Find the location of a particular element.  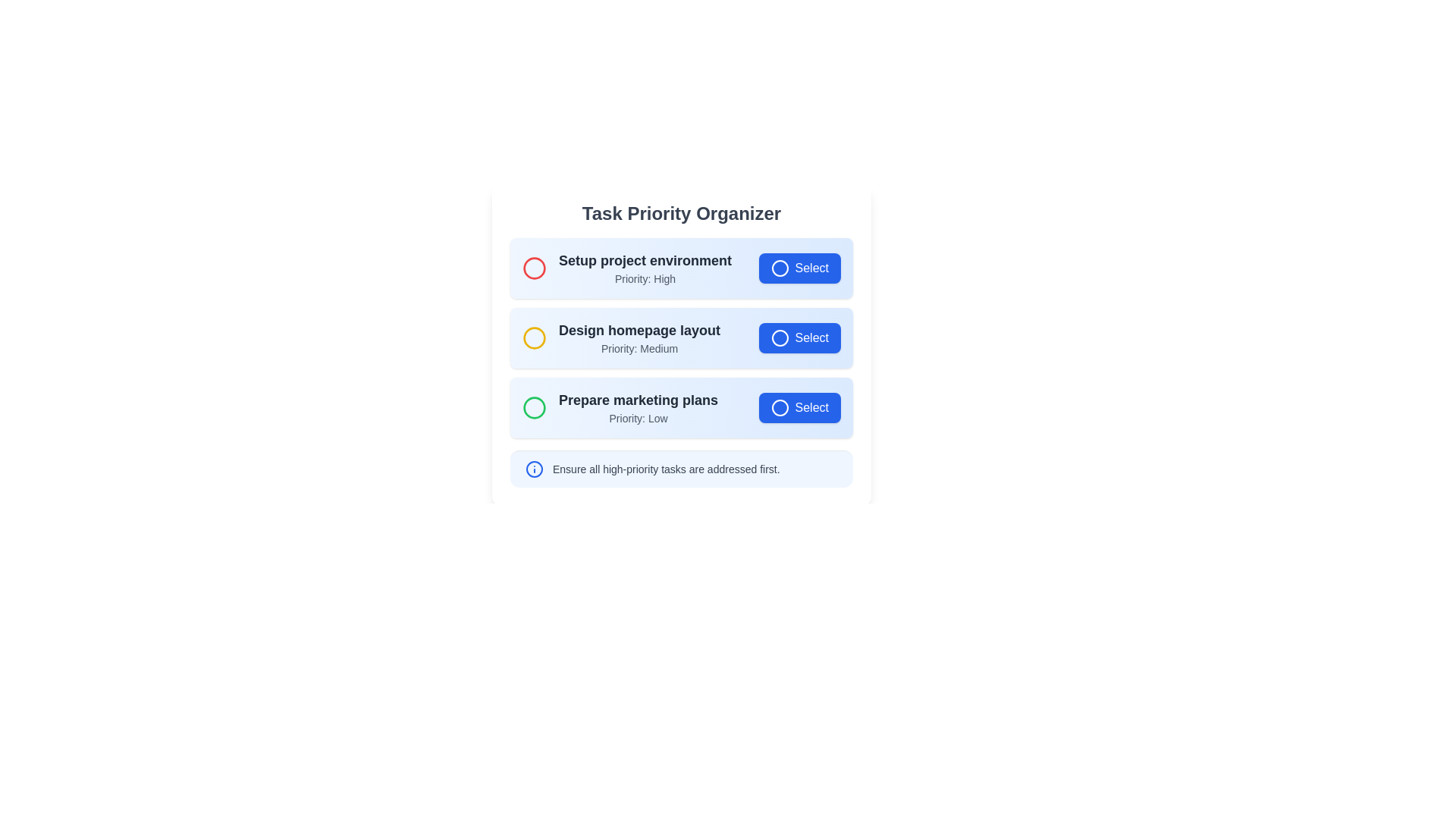

the button labeled 'Select' that is styled with a blue background and white text, located in the middle of three interactive areas on the right side of the task list interface for the task 'Design homepage layout' is located at coordinates (811, 337).